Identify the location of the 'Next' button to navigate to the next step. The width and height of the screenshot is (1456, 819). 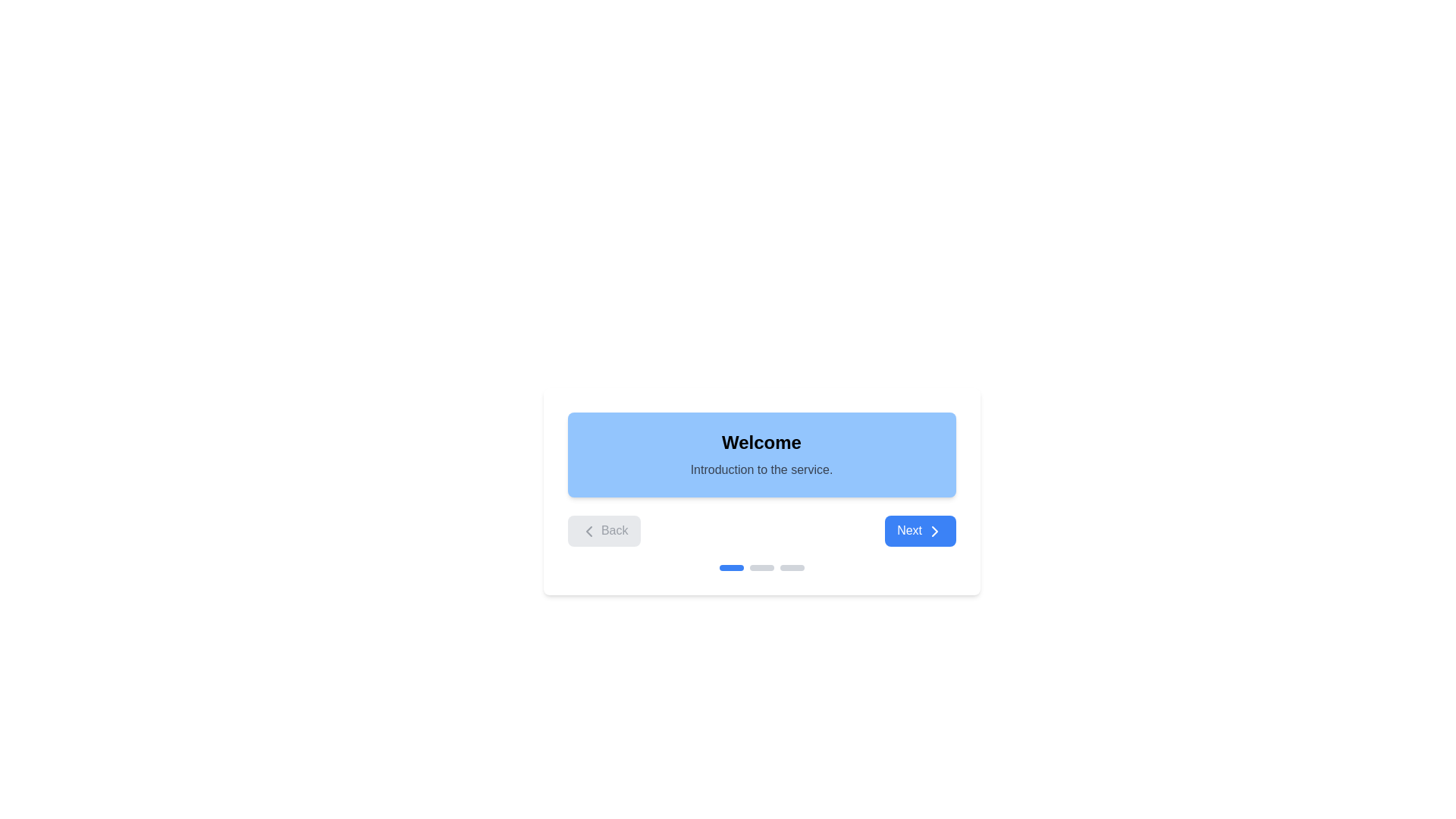
(919, 529).